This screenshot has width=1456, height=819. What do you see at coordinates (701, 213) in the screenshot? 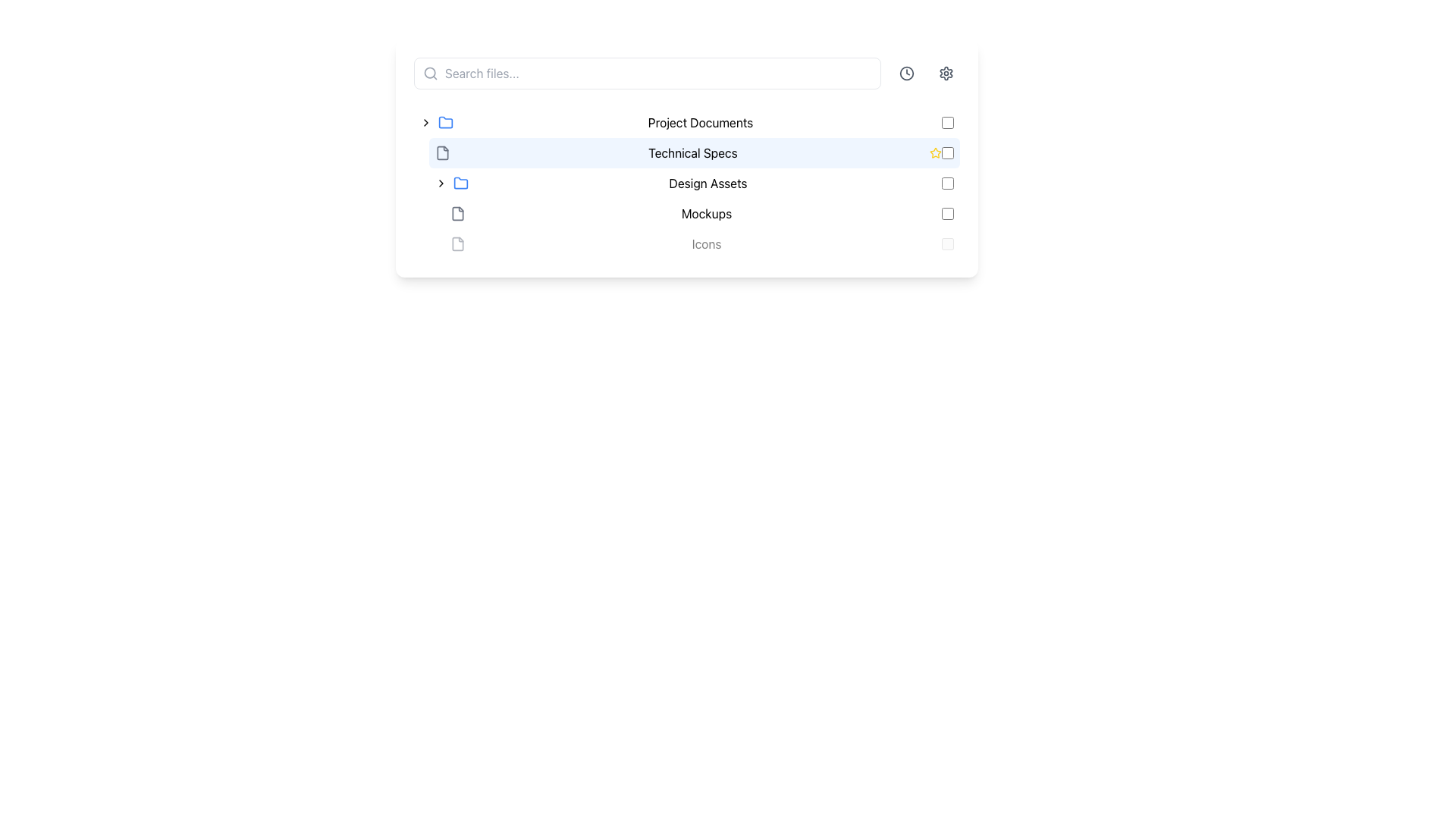
I see `the fourth list item labeled 'Mockups', which contains a document icon and a checkbox, for rearrangement` at bounding box center [701, 213].